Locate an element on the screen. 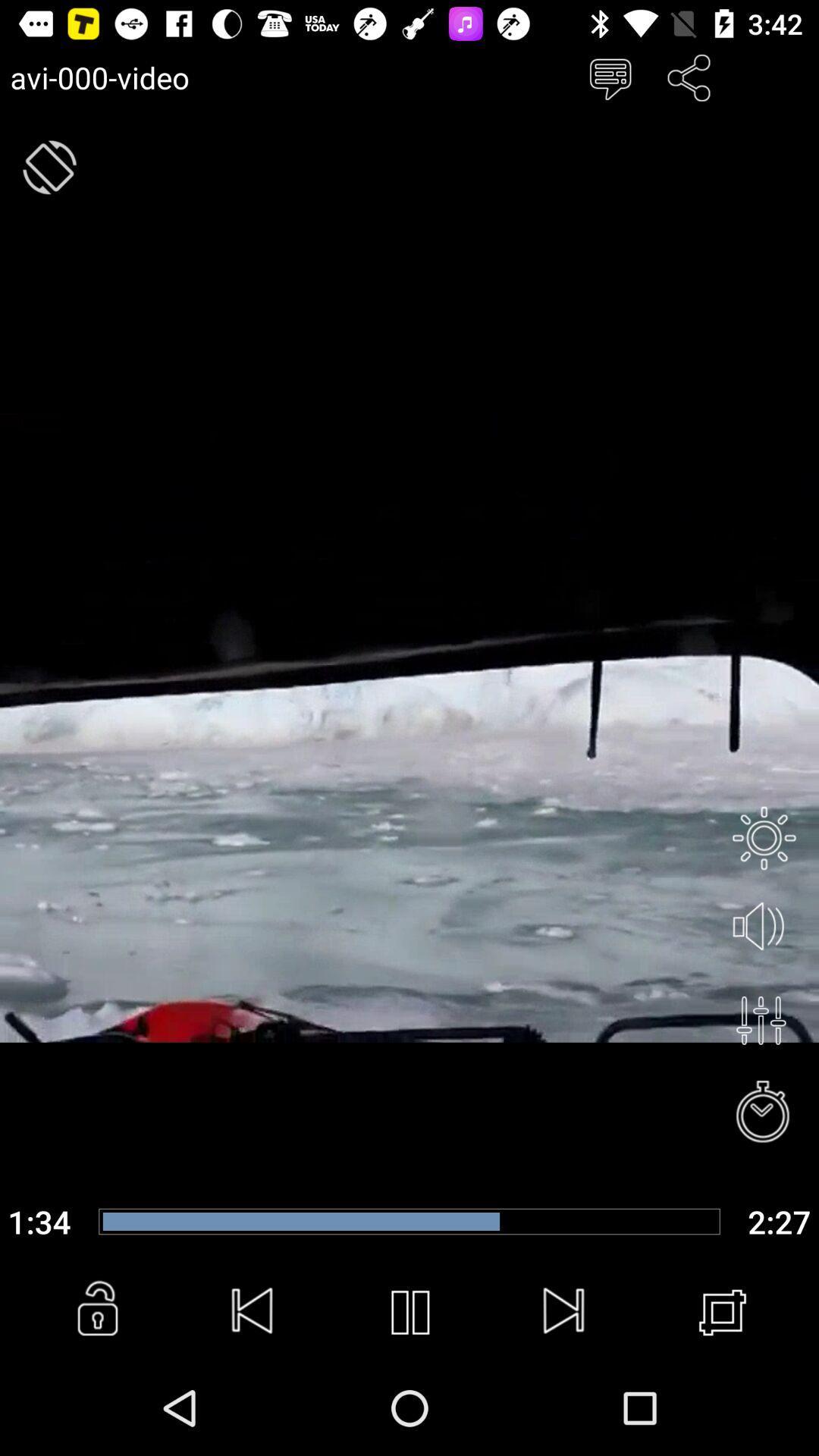  volume symbol is located at coordinates (764, 927).